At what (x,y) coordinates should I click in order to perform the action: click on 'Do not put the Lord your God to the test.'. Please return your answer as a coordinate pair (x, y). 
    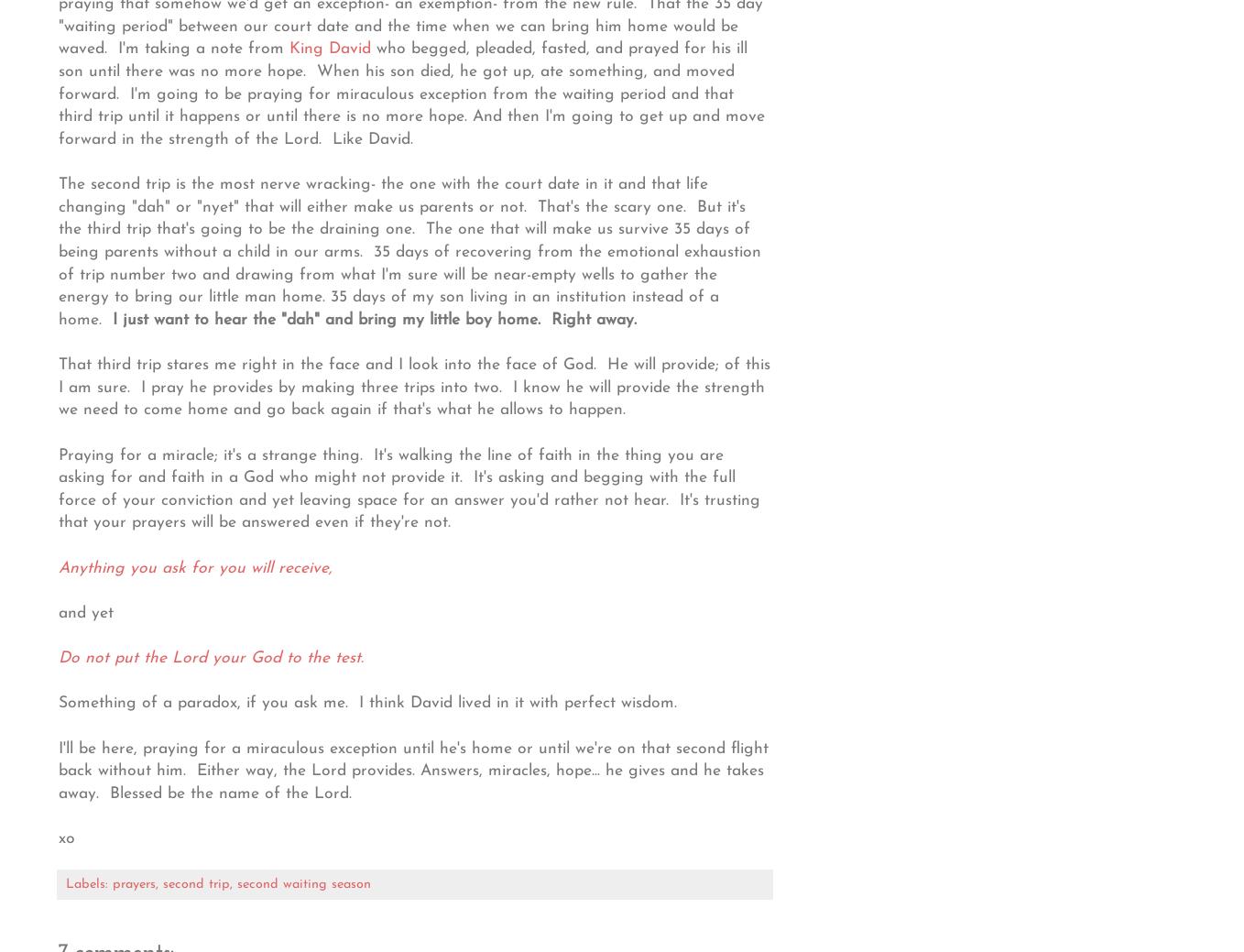
    Looking at the image, I should click on (210, 657).